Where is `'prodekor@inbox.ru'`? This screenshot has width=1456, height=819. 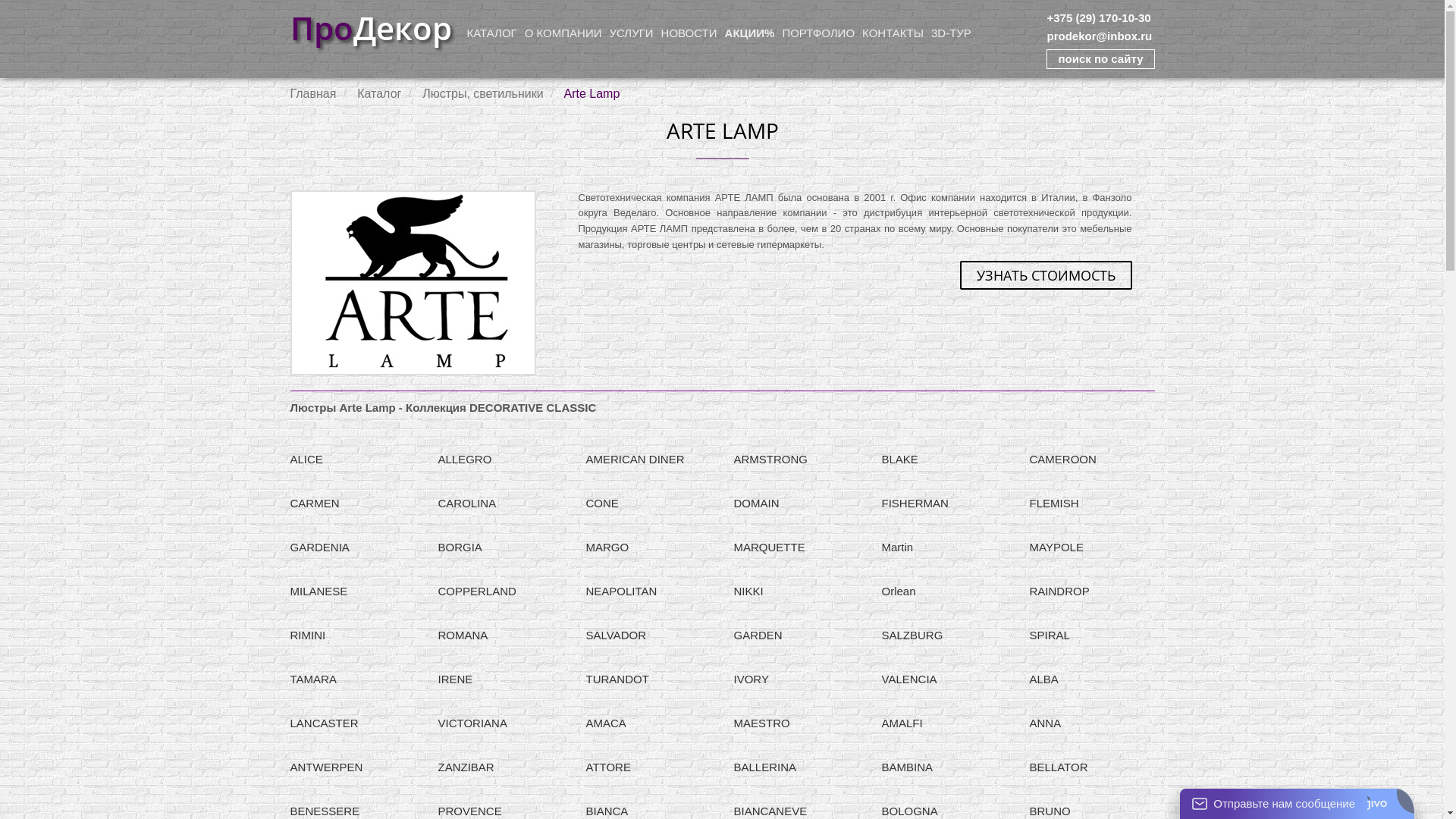 'prodekor@inbox.ru' is located at coordinates (1099, 35).